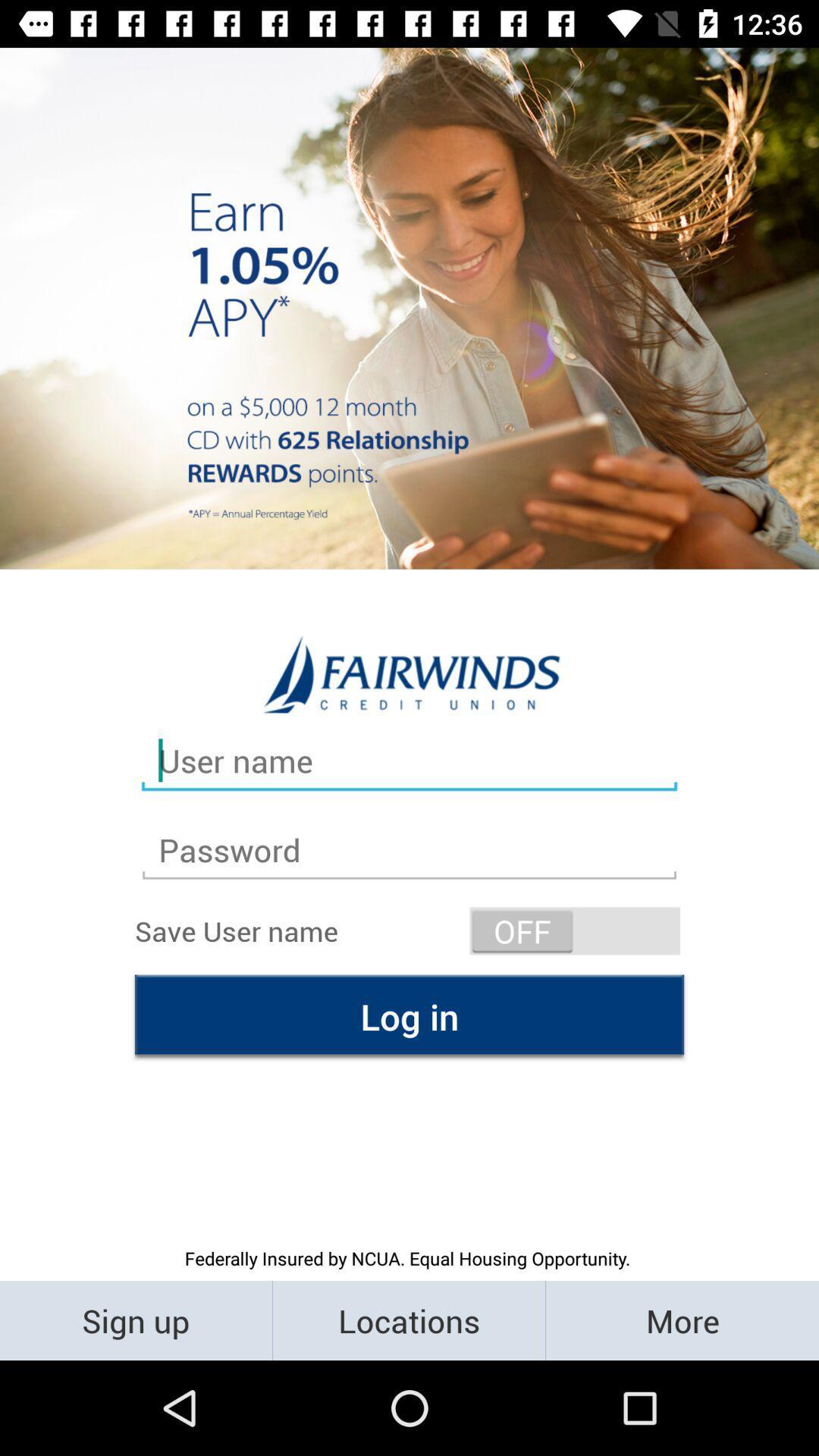  I want to click on a text field with text password on a page, so click(409, 850).